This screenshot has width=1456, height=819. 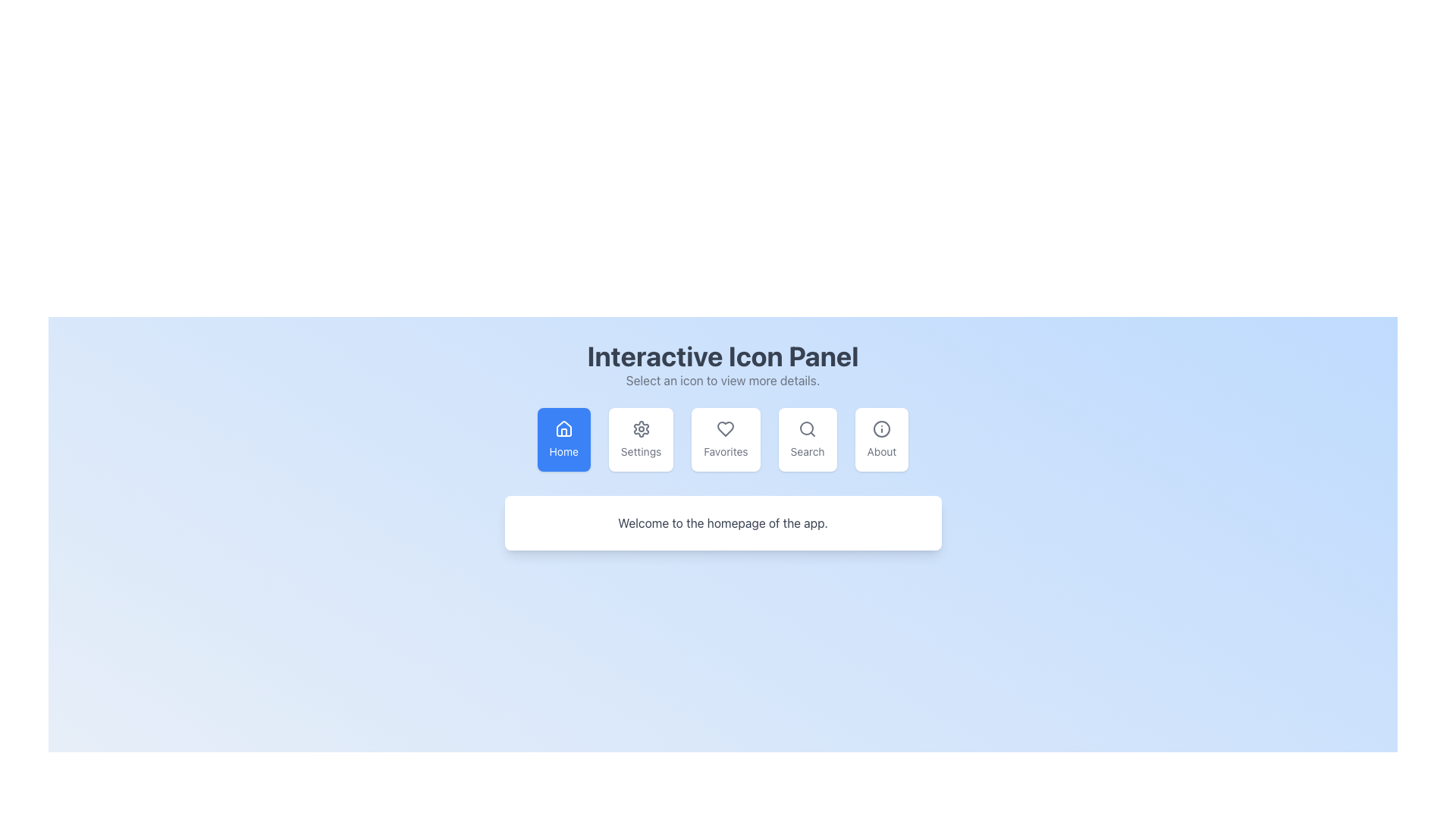 I want to click on the circular magnifying glass icon representing the search feature, located in the 'Search' button group above the 'Search' label, so click(x=807, y=429).